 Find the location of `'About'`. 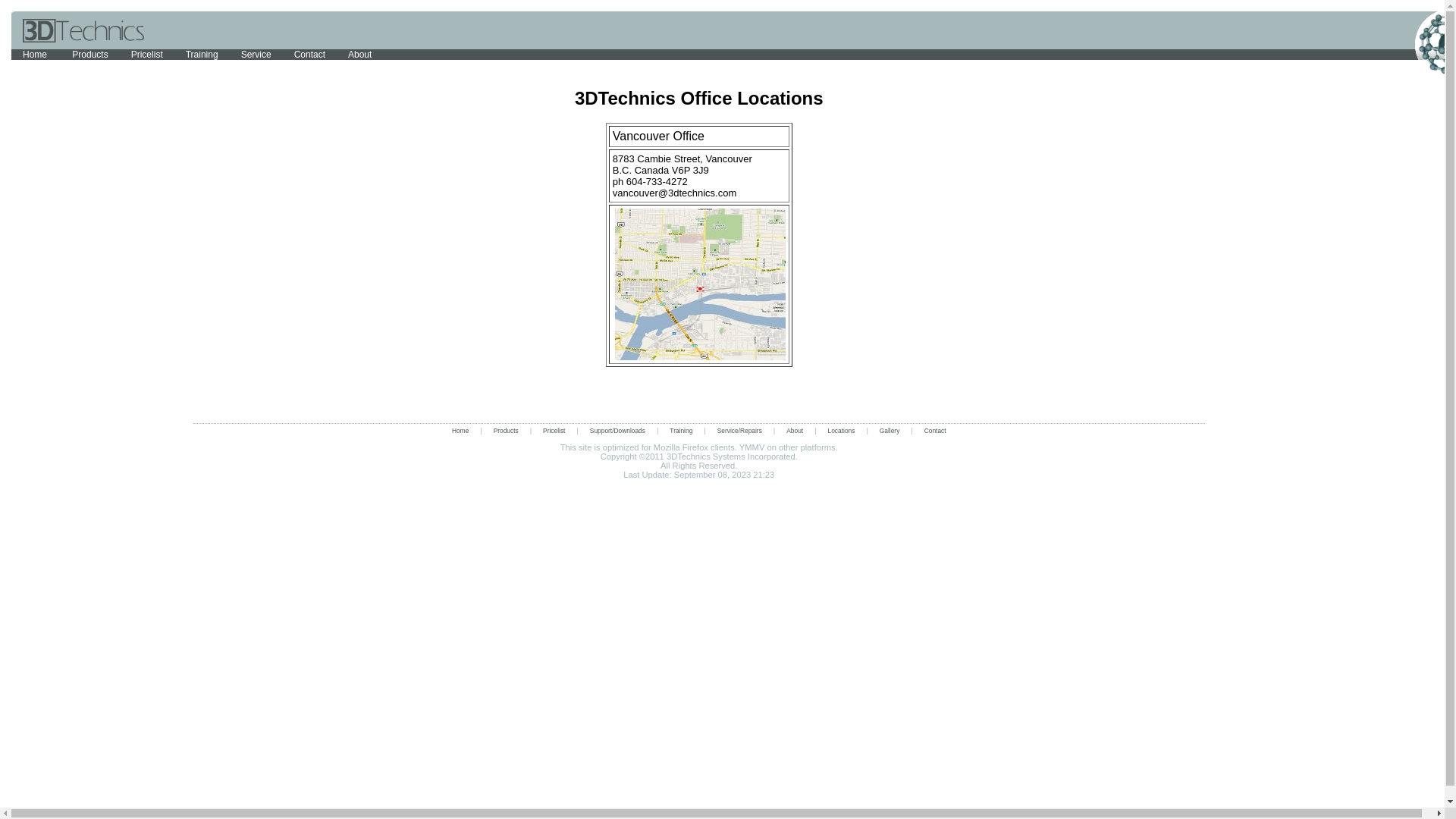

'About' is located at coordinates (359, 54).